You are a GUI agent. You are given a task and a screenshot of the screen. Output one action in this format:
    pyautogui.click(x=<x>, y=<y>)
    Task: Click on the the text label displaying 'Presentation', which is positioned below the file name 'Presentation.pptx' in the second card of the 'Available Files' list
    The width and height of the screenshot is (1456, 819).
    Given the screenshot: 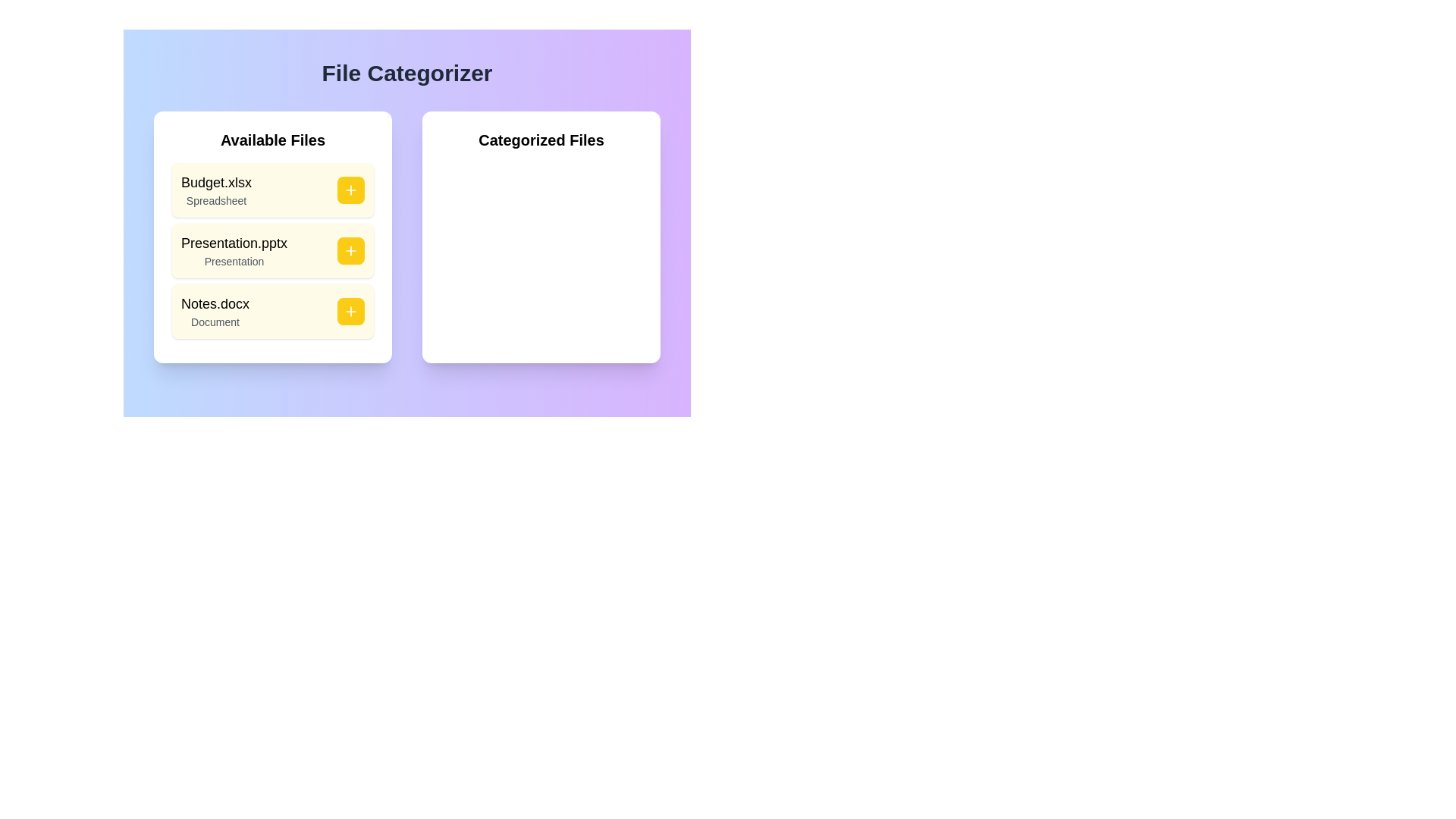 What is the action you would take?
    pyautogui.click(x=234, y=260)
    